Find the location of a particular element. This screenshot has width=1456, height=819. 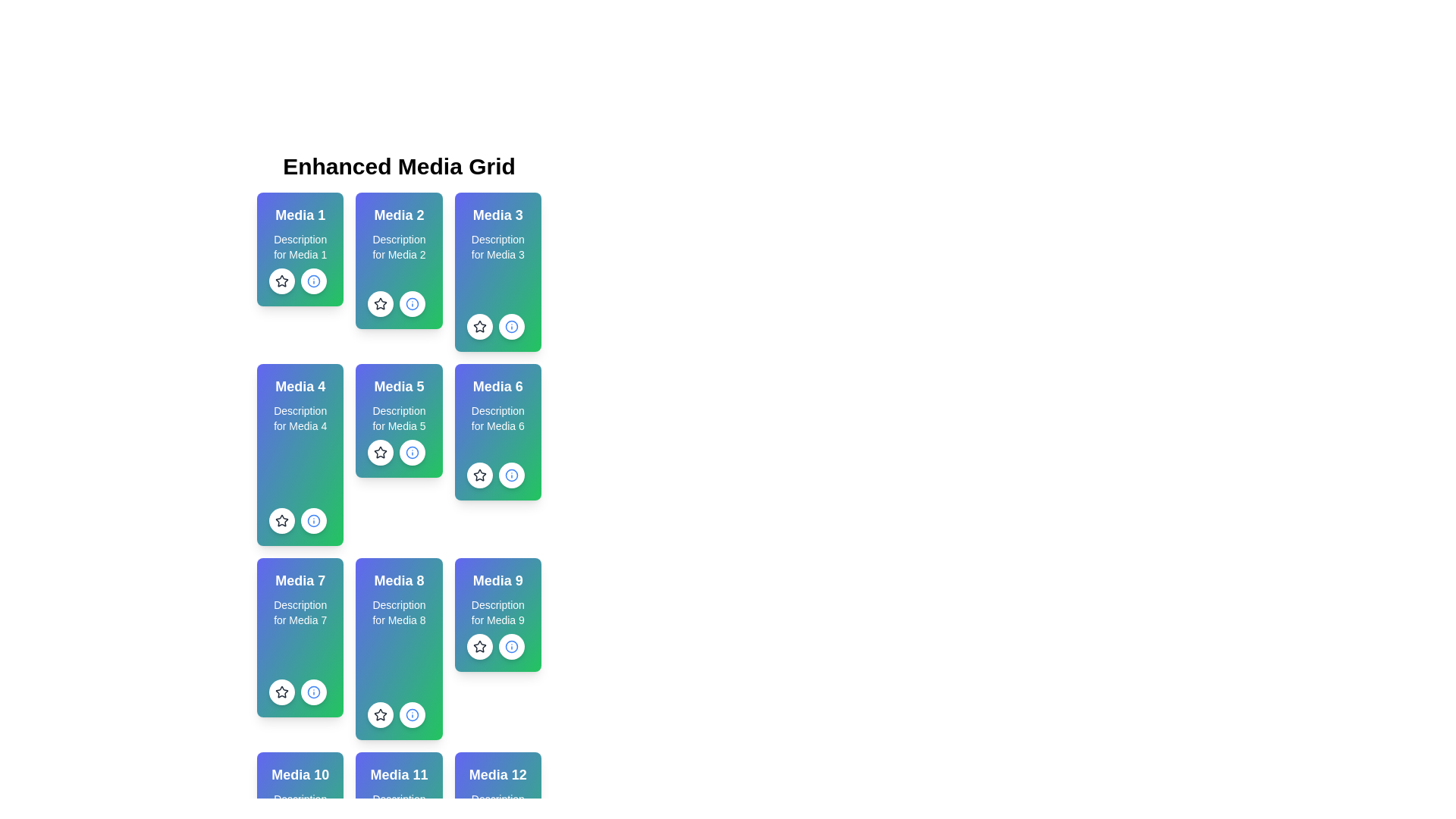

the text label element that reads 'Description for Media 6', which is styled in small white font and located below the heading 'Media 6' within a gradient background card is located at coordinates (497, 418).